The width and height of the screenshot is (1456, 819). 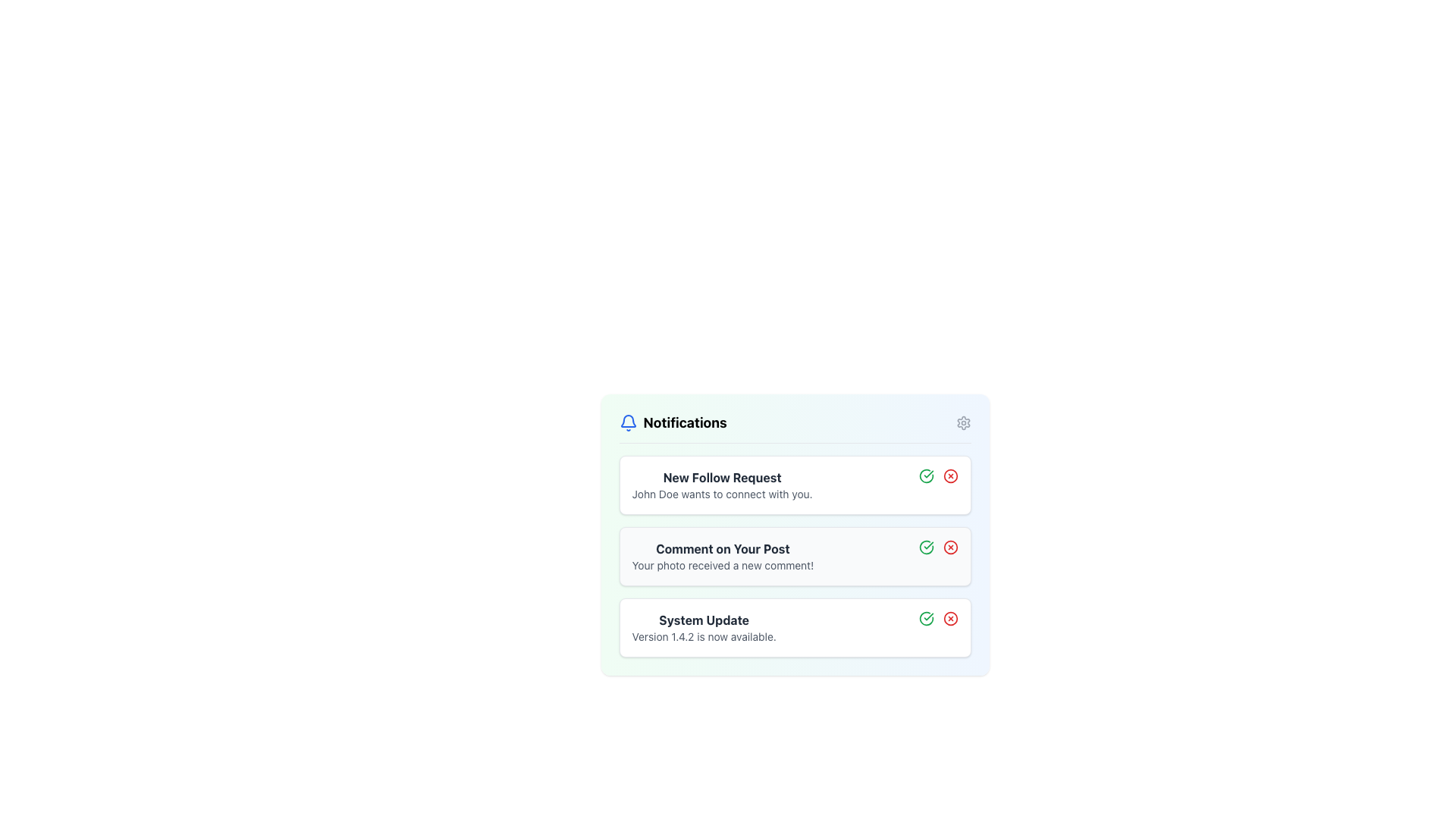 What do you see at coordinates (925, 547) in the screenshot?
I see `the confirmation icon located in the second row of the notification list, adjacent to the description 'Your photo received a new comment!'` at bounding box center [925, 547].